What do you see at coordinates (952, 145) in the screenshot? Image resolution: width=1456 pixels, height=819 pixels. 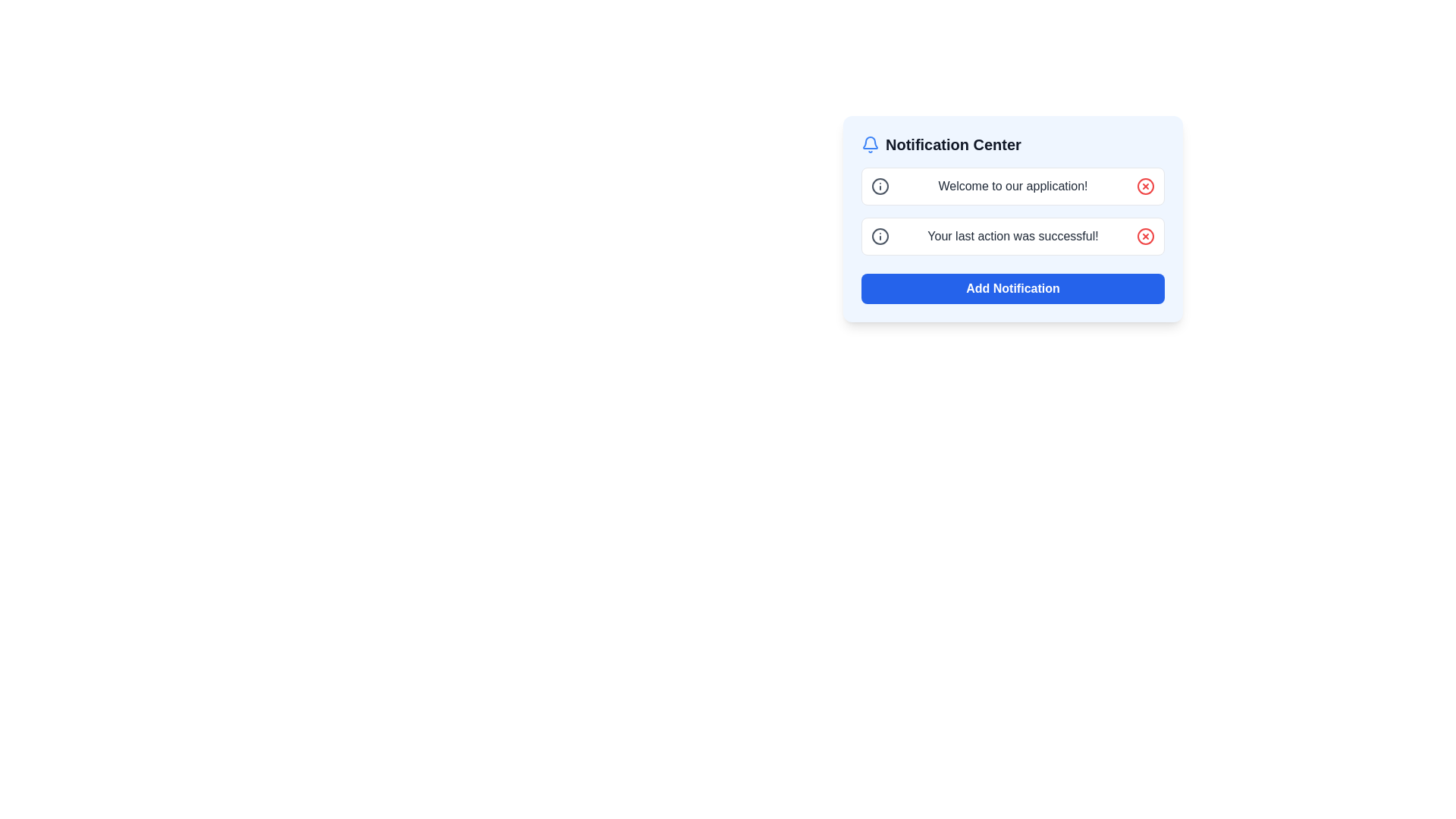 I see `the Label or Text Header that serves as the title for the notification section, located in the top-middle region of the card` at bounding box center [952, 145].